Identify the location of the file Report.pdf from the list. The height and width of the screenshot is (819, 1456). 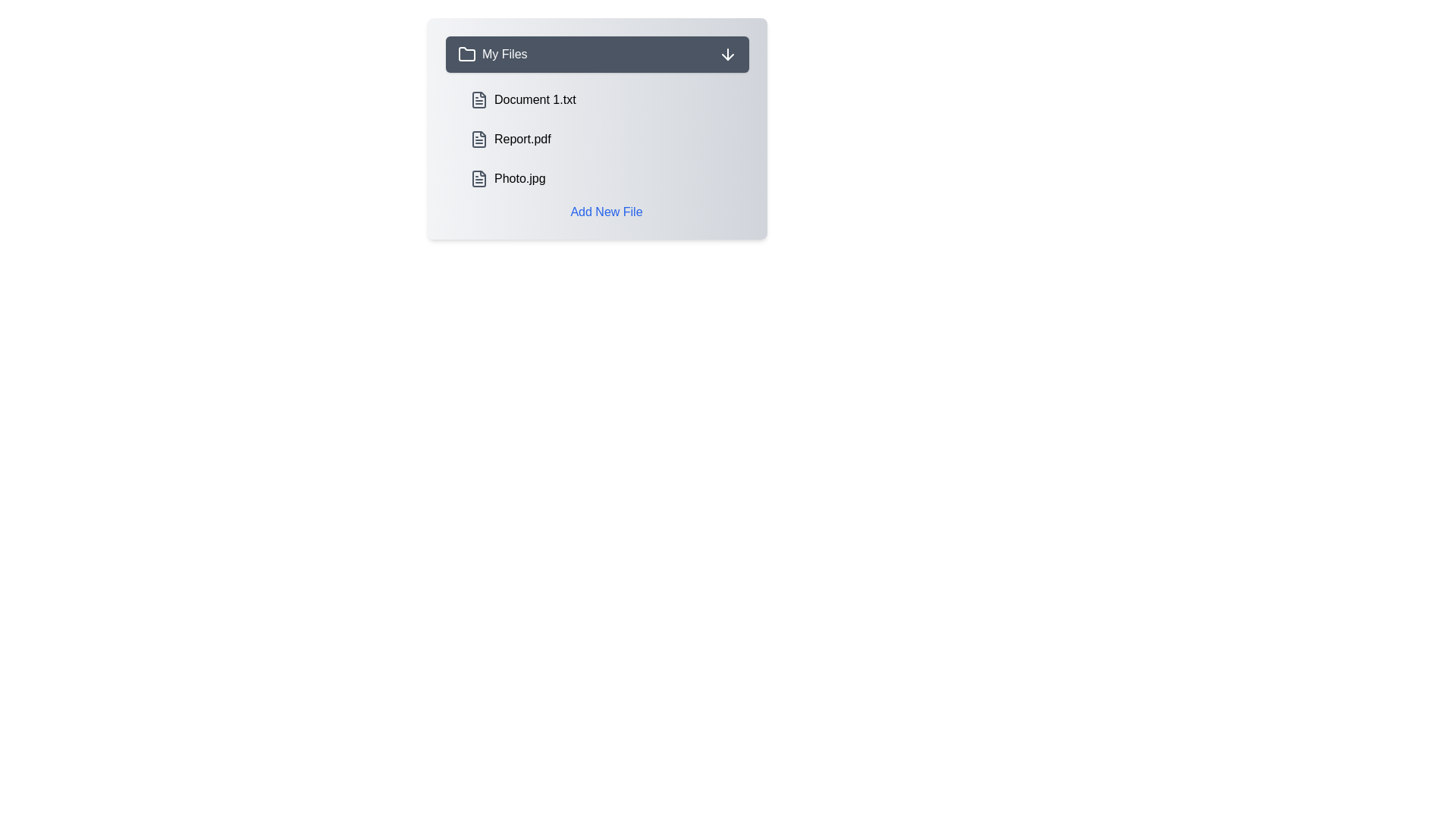
(607, 140).